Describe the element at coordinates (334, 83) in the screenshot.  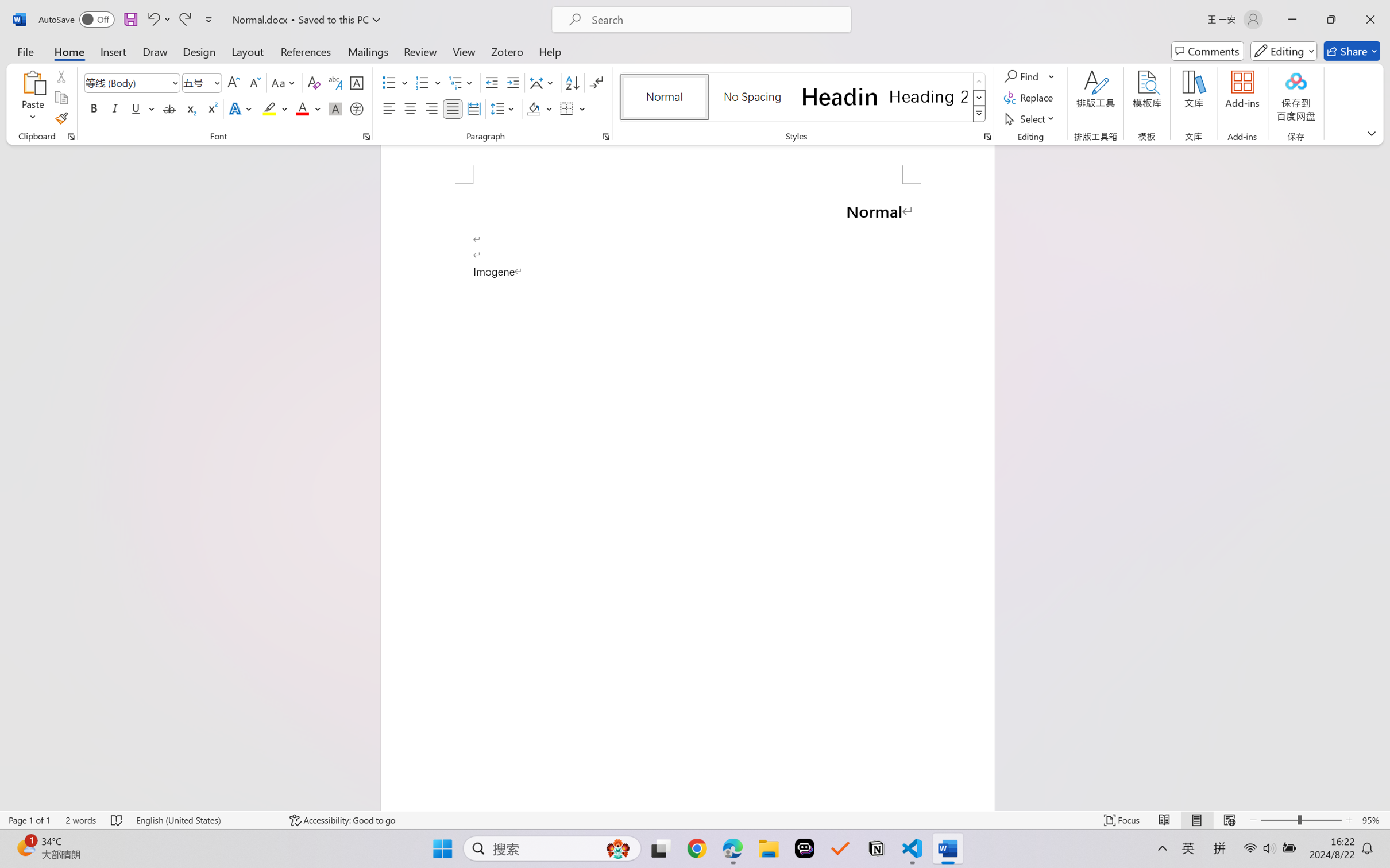
I see `'Phonetic Guide...'` at that location.